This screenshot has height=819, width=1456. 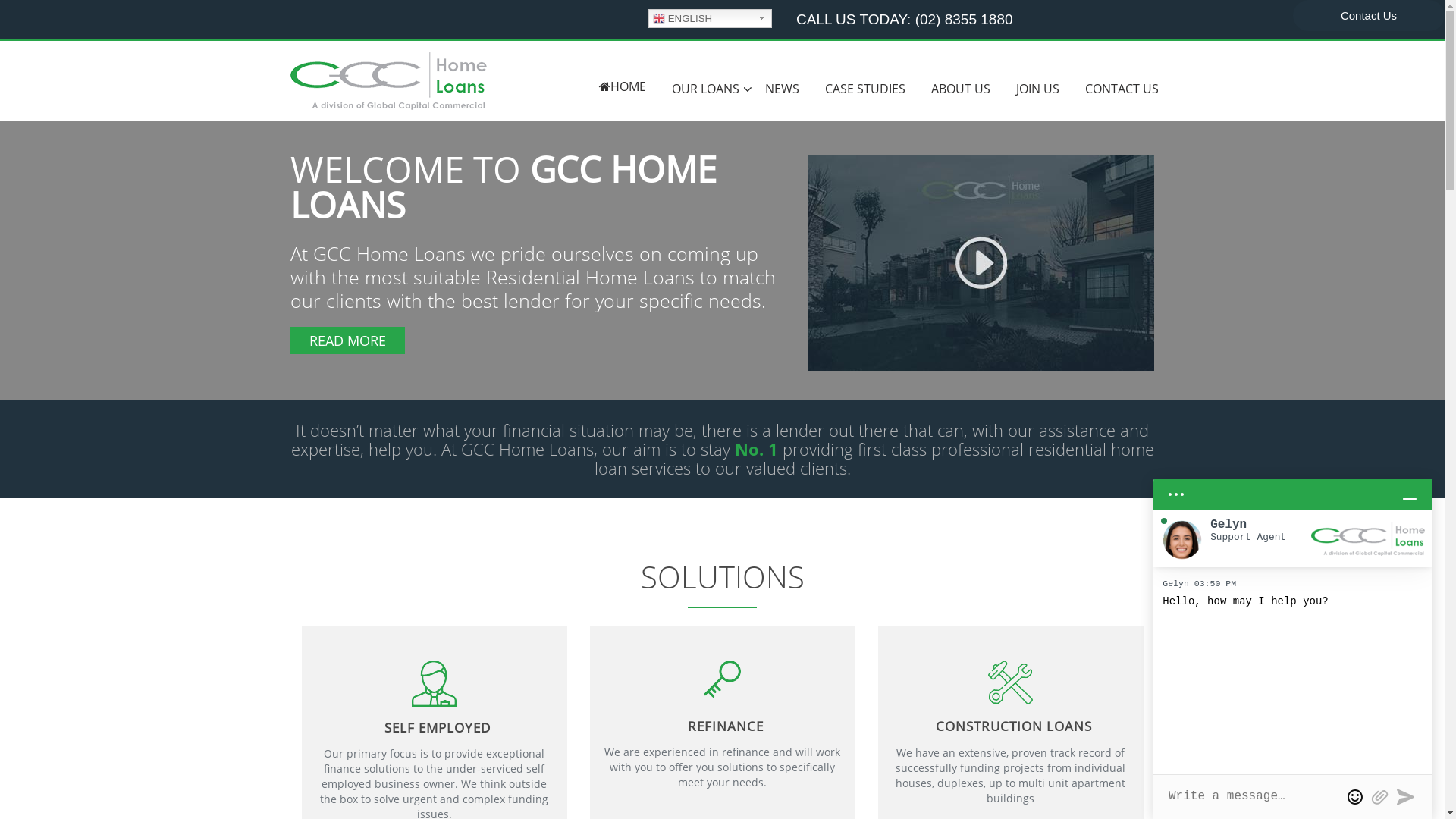 I want to click on 'READ MORE', so click(x=346, y=339).